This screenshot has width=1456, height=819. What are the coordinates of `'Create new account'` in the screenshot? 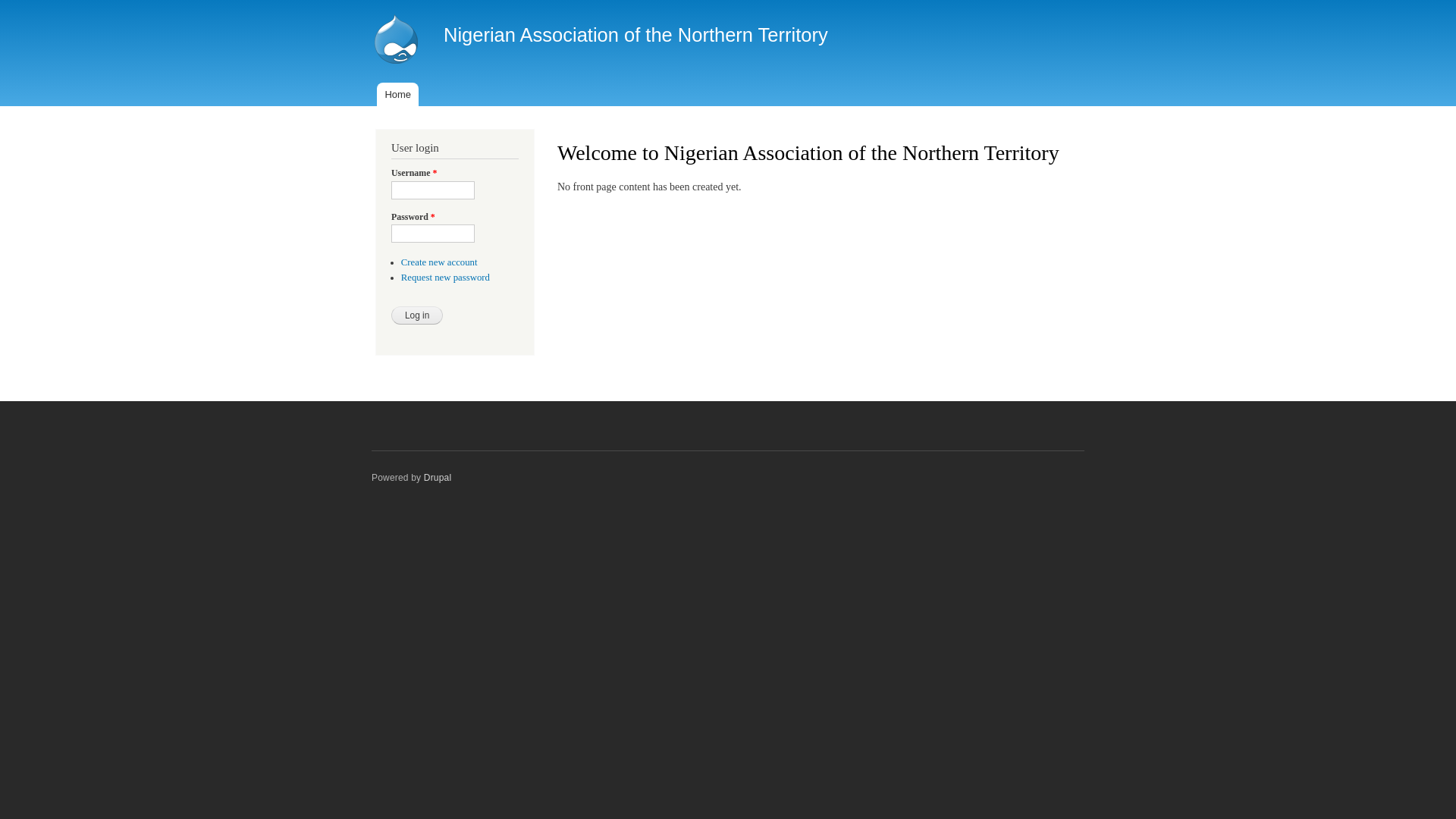 It's located at (438, 262).